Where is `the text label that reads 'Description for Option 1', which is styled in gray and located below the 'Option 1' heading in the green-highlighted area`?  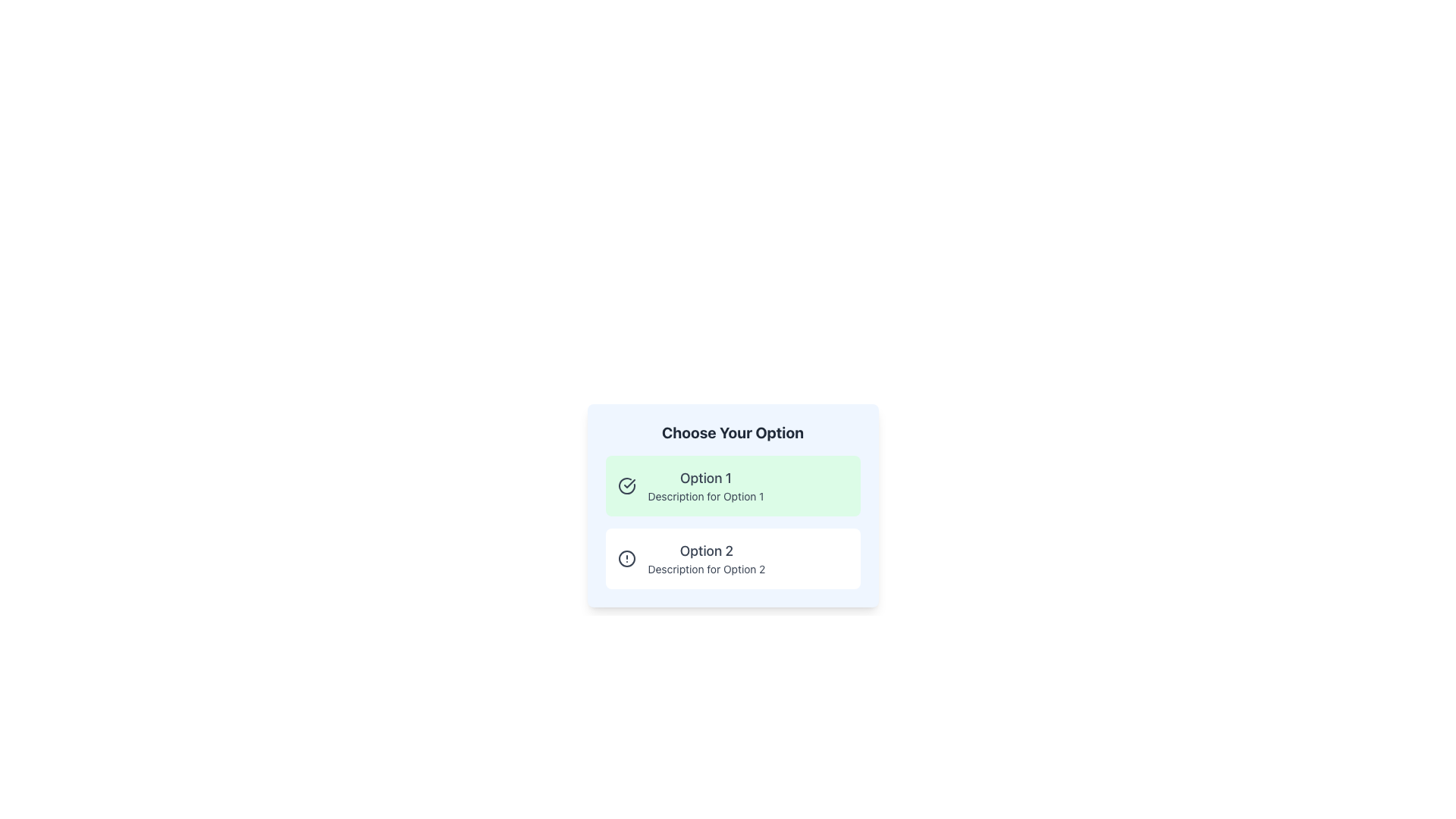
the text label that reads 'Description for Option 1', which is styled in gray and located below the 'Option 1' heading in the green-highlighted area is located at coordinates (705, 497).